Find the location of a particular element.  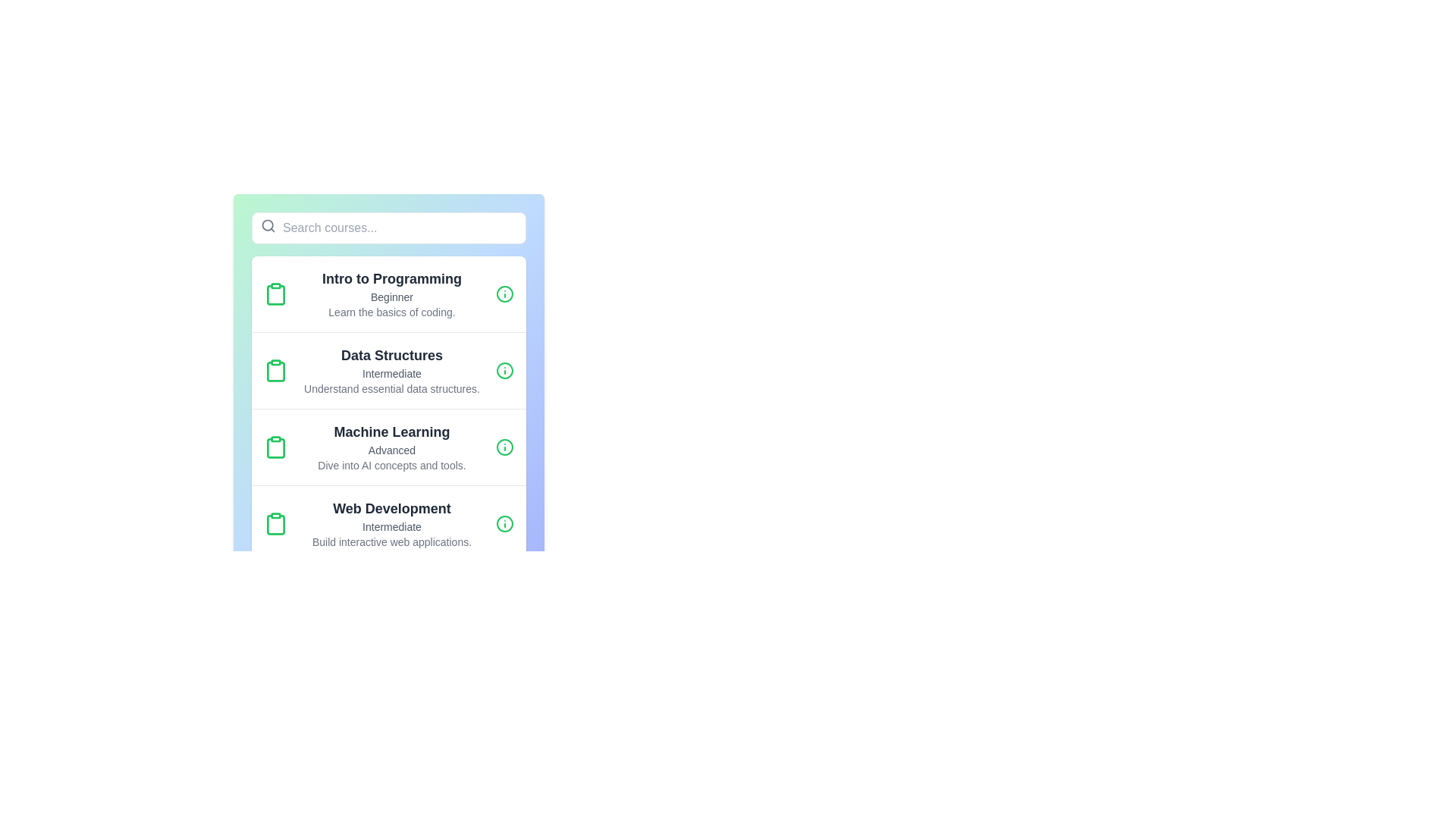

the graphical icon located to the left of the 'Data Structures' list item, which serves as a visual cue for that topic is located at coordinates (276, 371).